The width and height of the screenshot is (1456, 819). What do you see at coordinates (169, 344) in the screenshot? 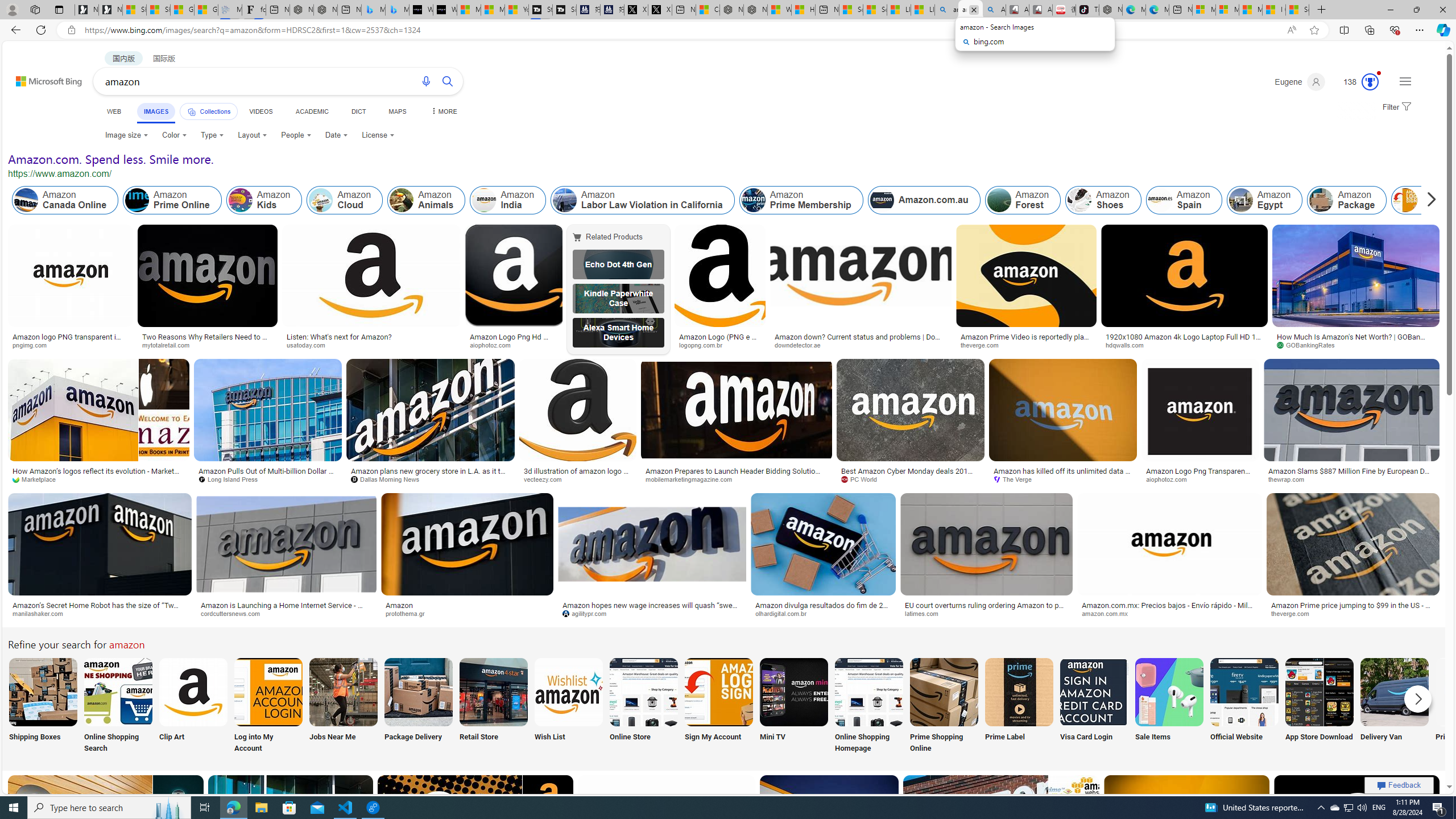
I see `'mytotalretail.com'` at bounding box center [169, 344].